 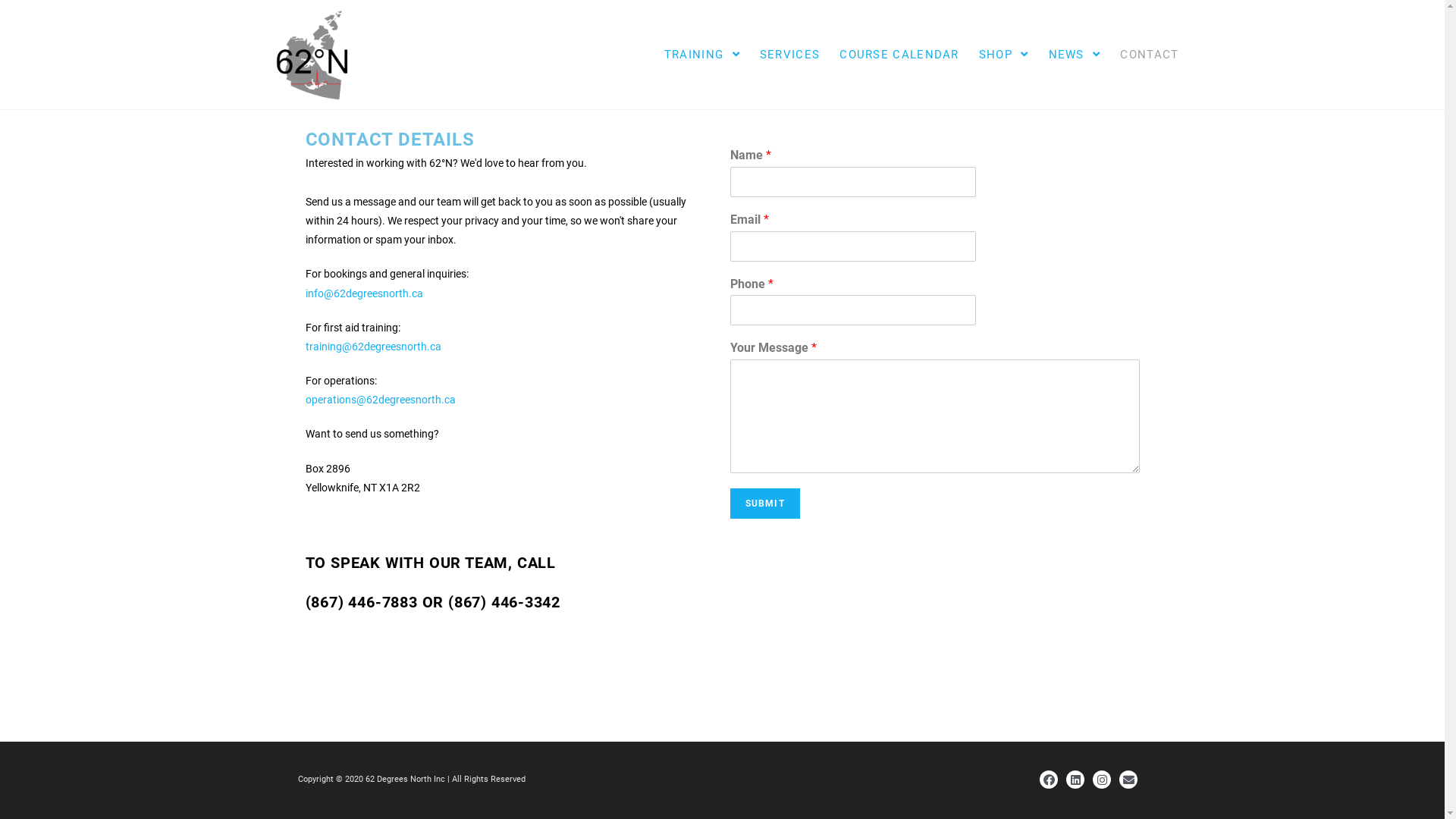 I want to click on 'TRAINING', so click(x=701, y=54).